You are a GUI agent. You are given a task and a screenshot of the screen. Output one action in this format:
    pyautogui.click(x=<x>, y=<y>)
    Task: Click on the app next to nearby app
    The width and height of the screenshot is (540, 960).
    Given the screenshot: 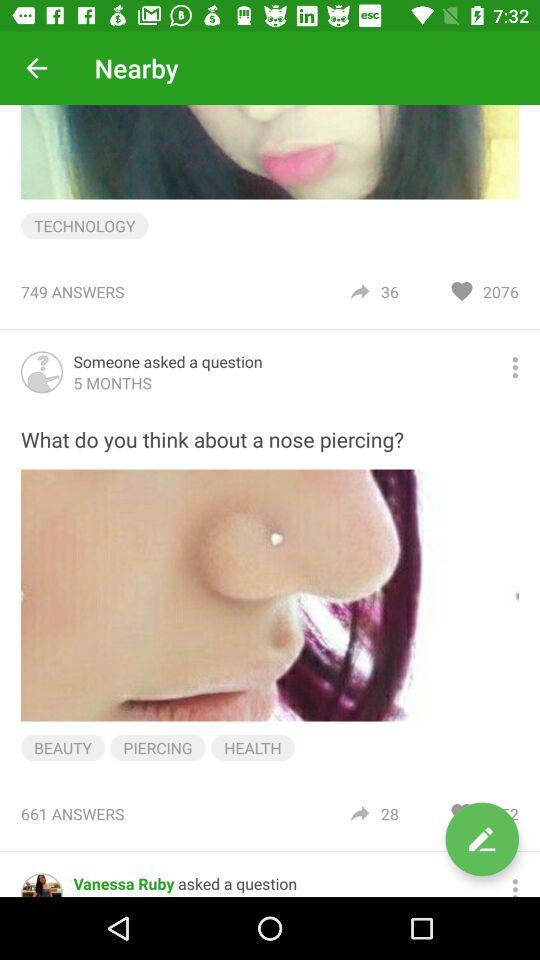 What is the action you would take?
    pyautogui.click(x=36, y=68)
    